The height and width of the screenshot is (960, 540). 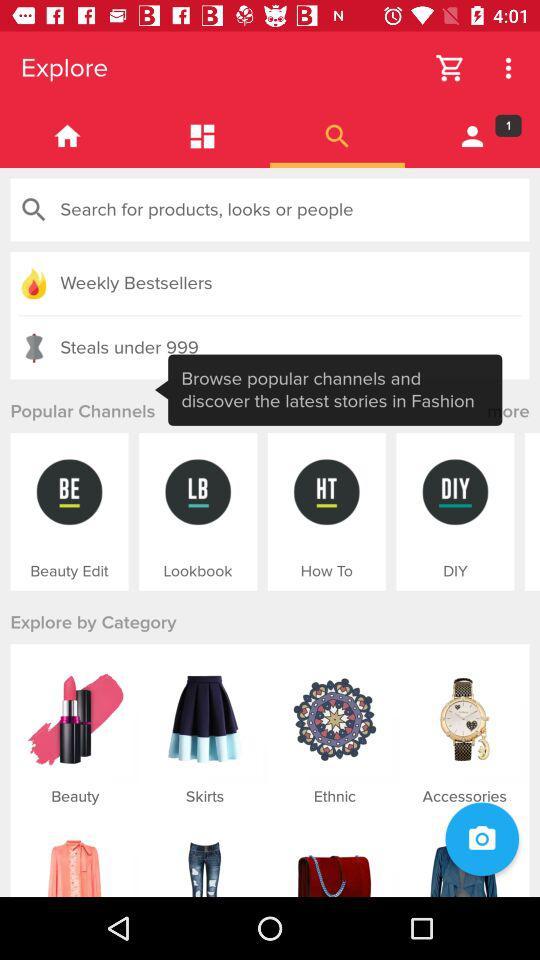 What do you see at coordinates (337, 135) in the screenshot?
I see `search tab` at bounding box center [337, 135].